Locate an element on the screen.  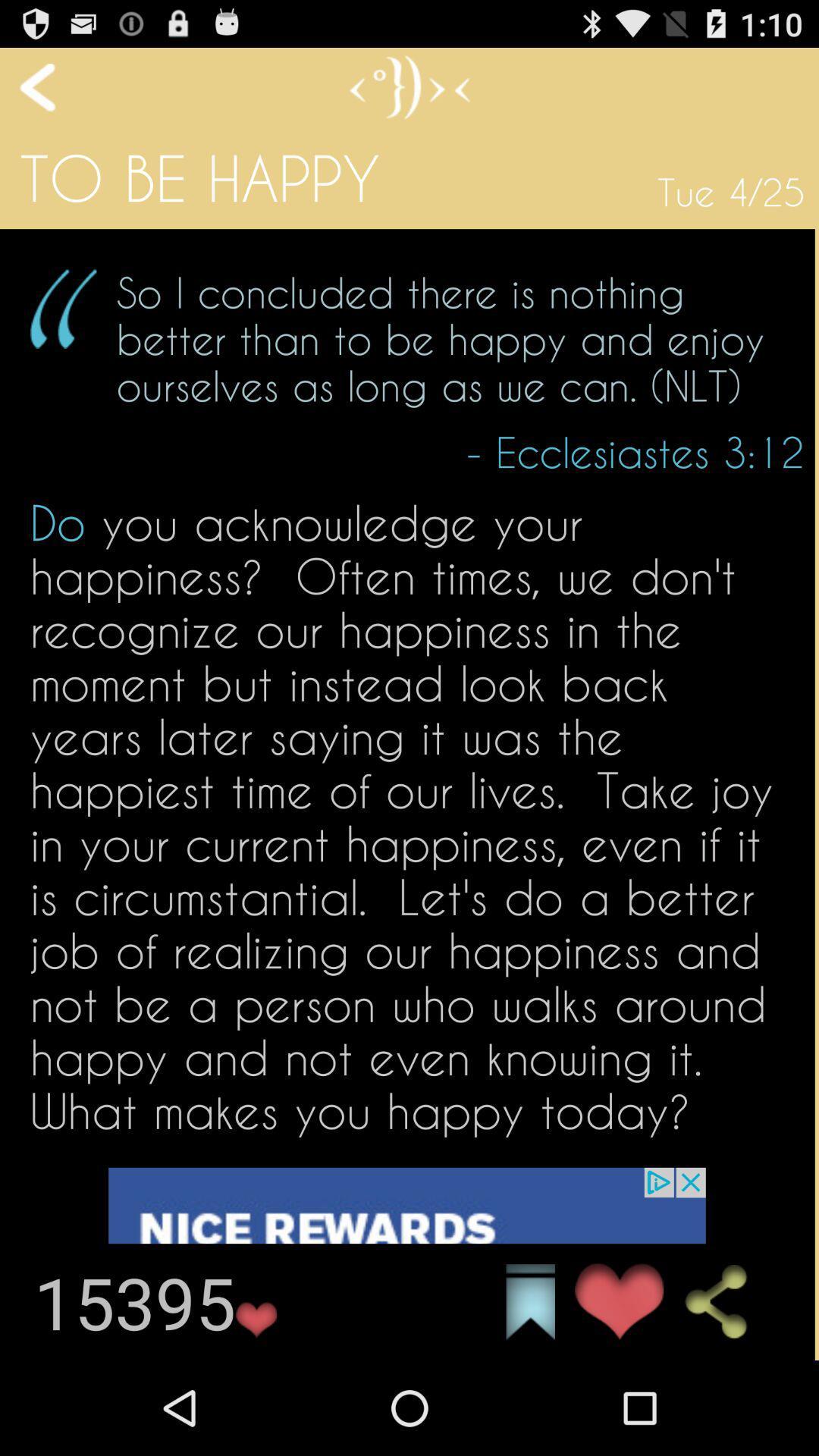
the share icon is located at coordinates (728, 1393).